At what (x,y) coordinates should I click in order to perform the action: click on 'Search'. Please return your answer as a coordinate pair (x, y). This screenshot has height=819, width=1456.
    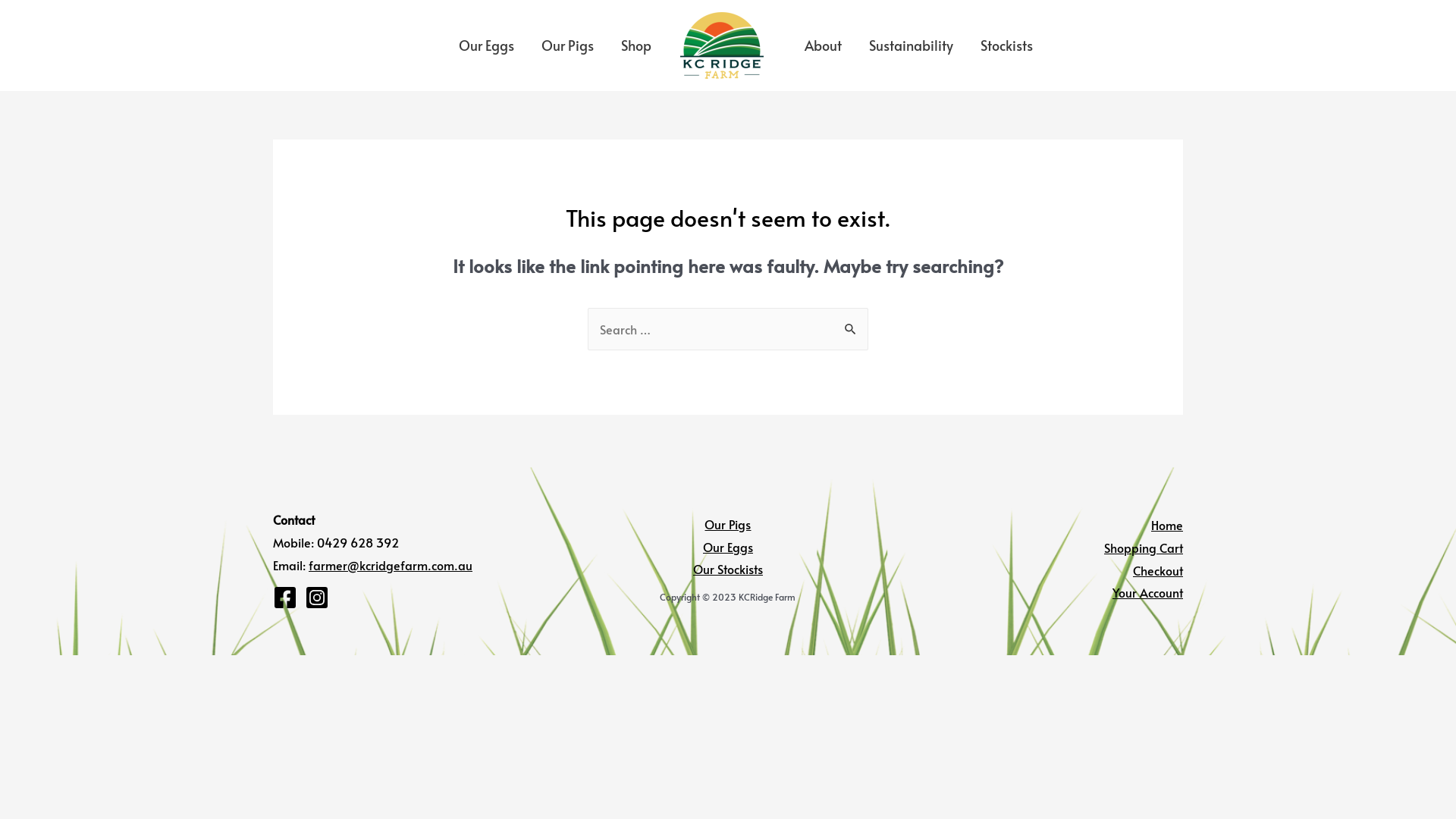
    Looking at the image, I should click on (851, 323).